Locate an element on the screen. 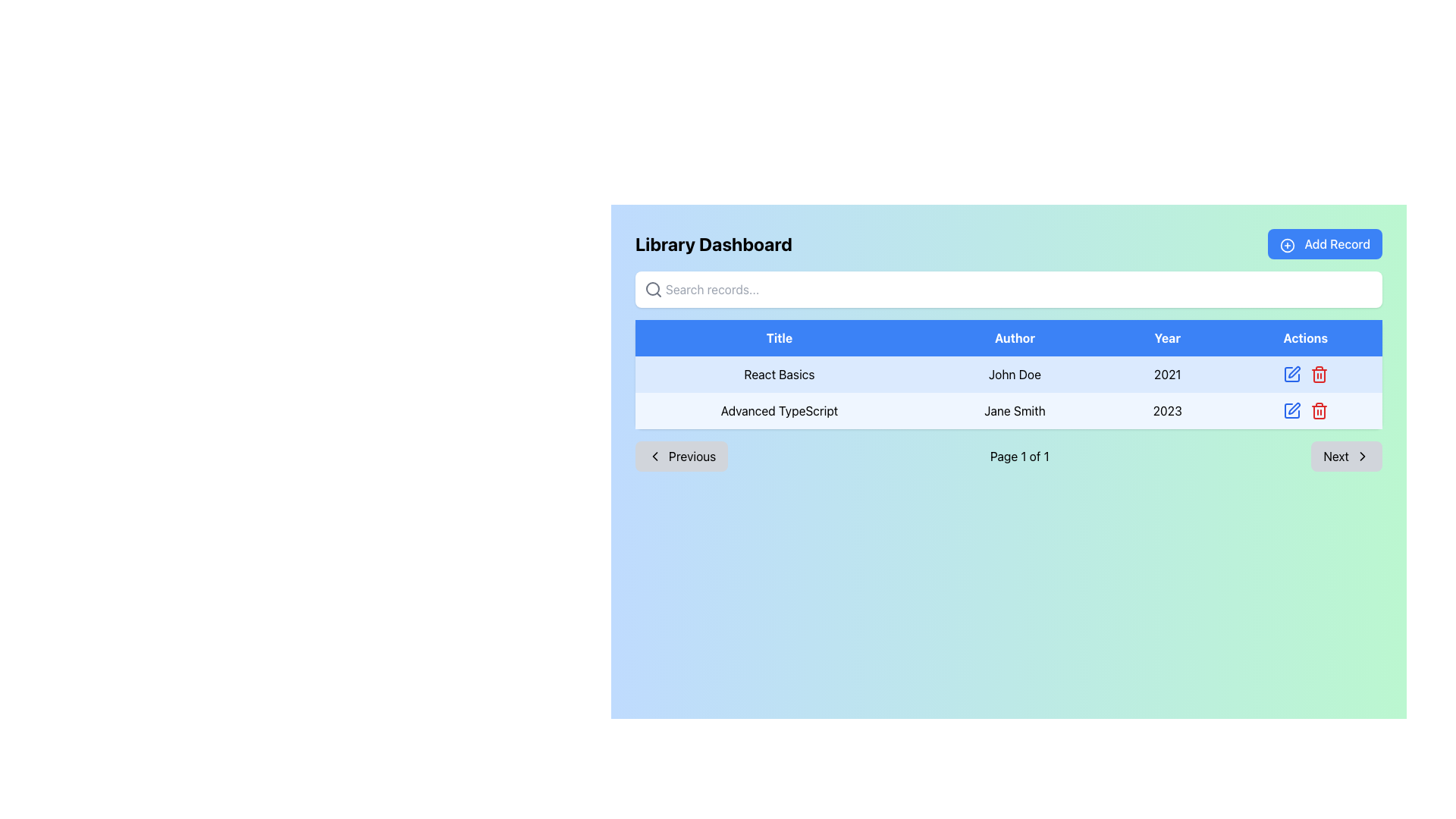 Image resolution: width=1456 pixels, height=819 pixels. the circular graphical element that is part of the search icon located in the top-left area of the user interface is located at coordinates (652, 289).